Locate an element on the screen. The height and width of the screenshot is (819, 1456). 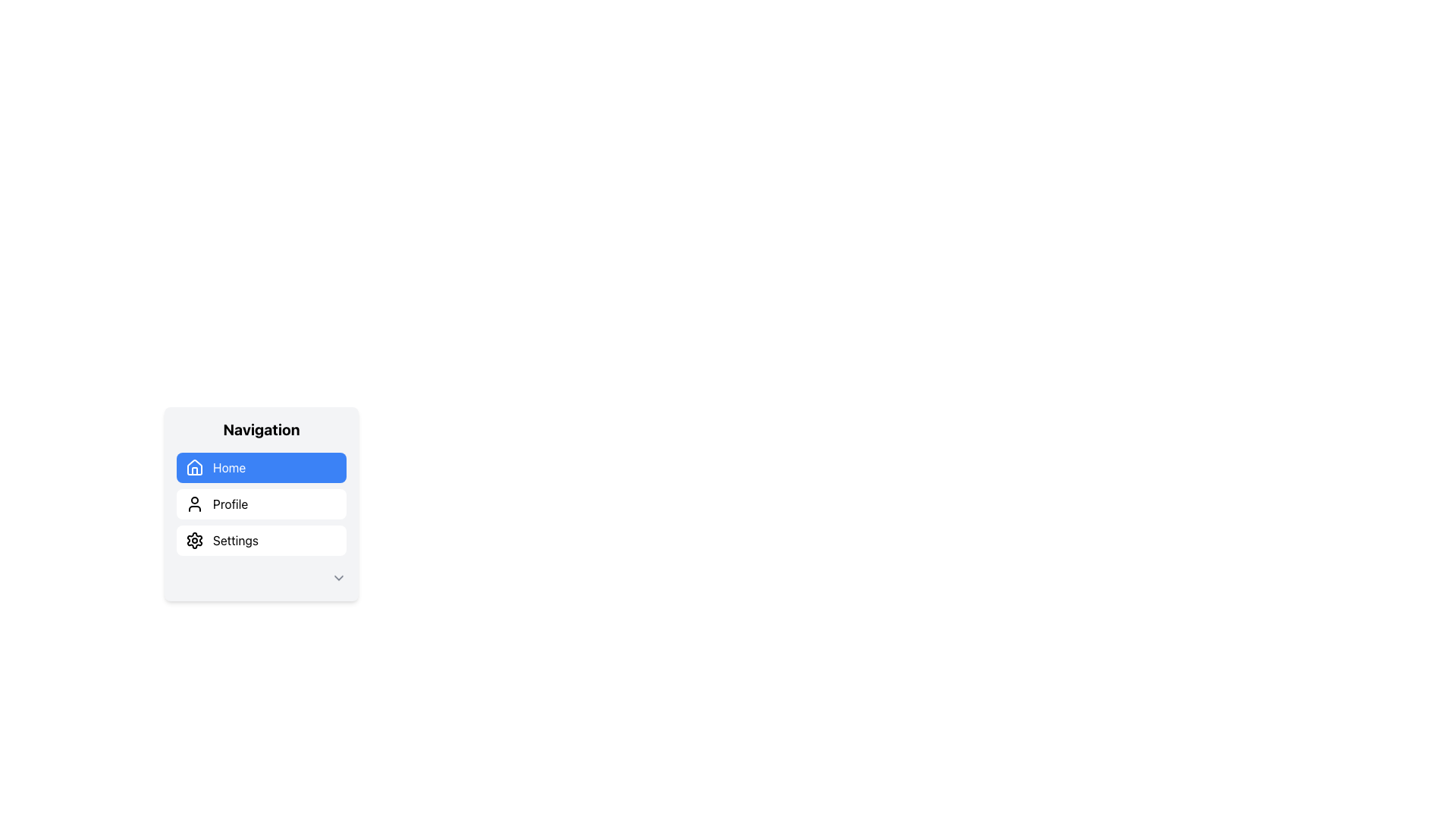
the 'Home' text label in the navigation menu, which is styled in white on a rounded blue background and indicates active selection is located at coordinates (228, 467).